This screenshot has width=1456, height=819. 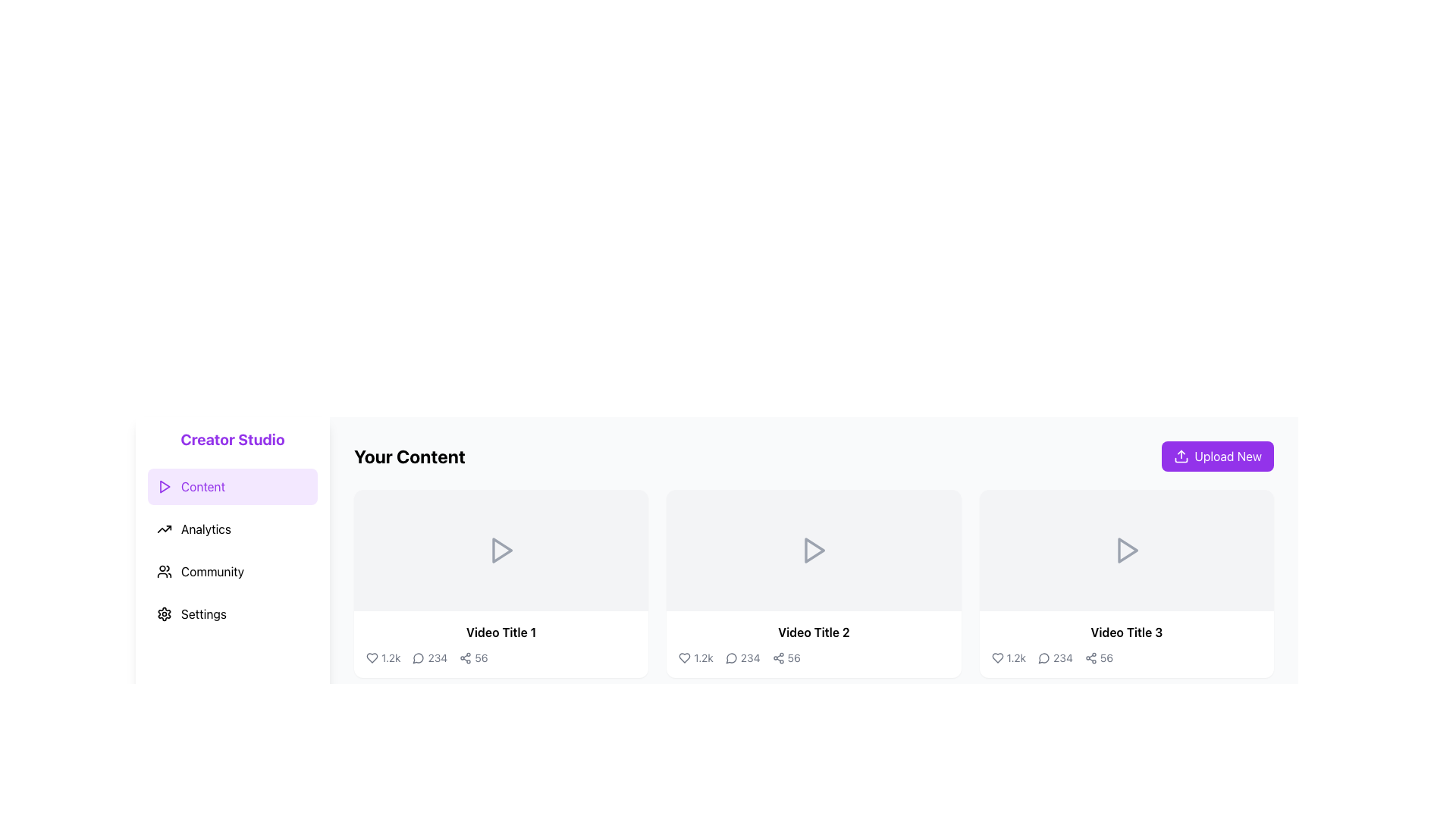 I want to click on keyboard navigation, so click(x=813, y=644).